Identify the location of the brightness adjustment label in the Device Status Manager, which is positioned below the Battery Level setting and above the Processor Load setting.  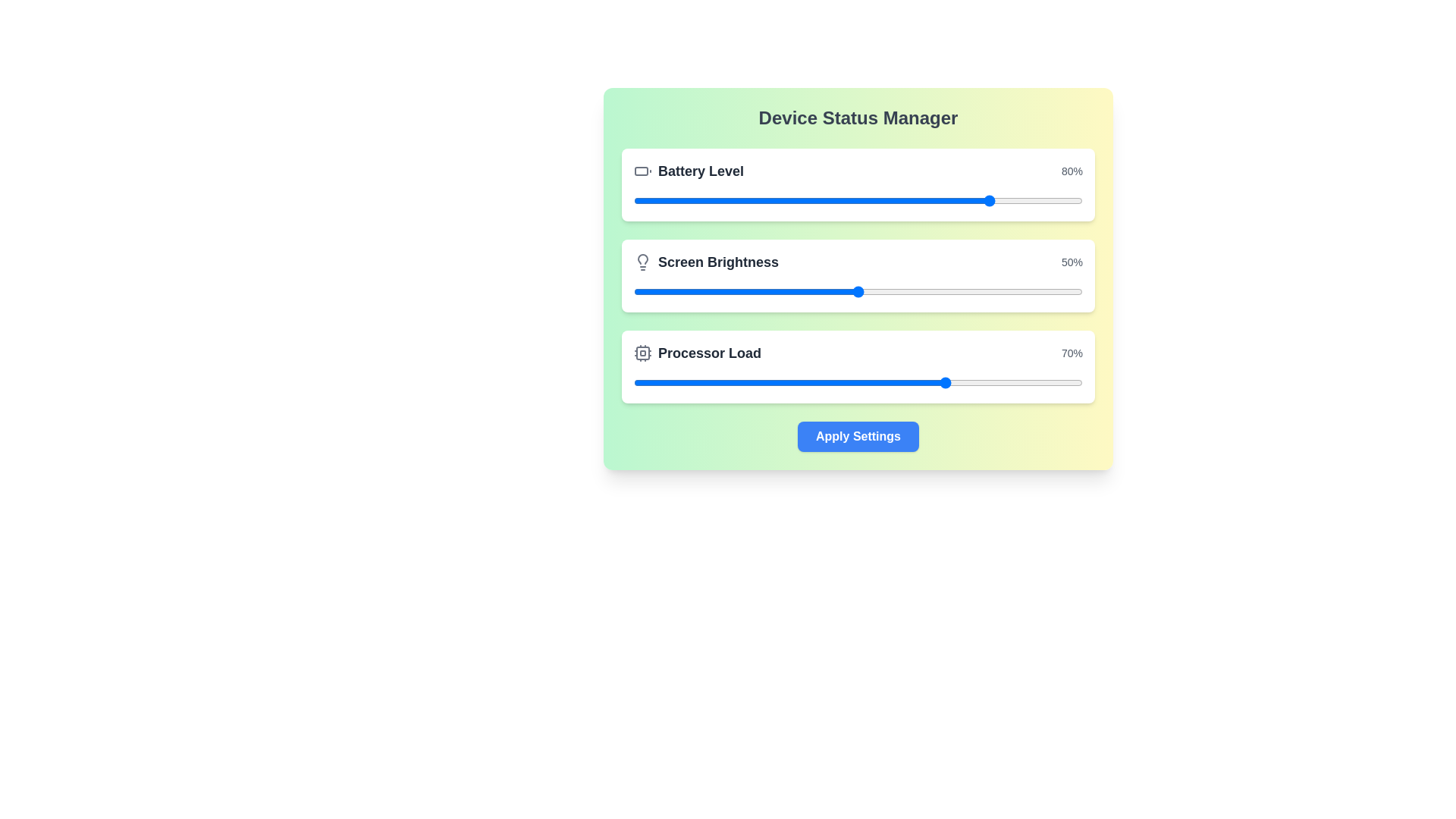
(705, 262).